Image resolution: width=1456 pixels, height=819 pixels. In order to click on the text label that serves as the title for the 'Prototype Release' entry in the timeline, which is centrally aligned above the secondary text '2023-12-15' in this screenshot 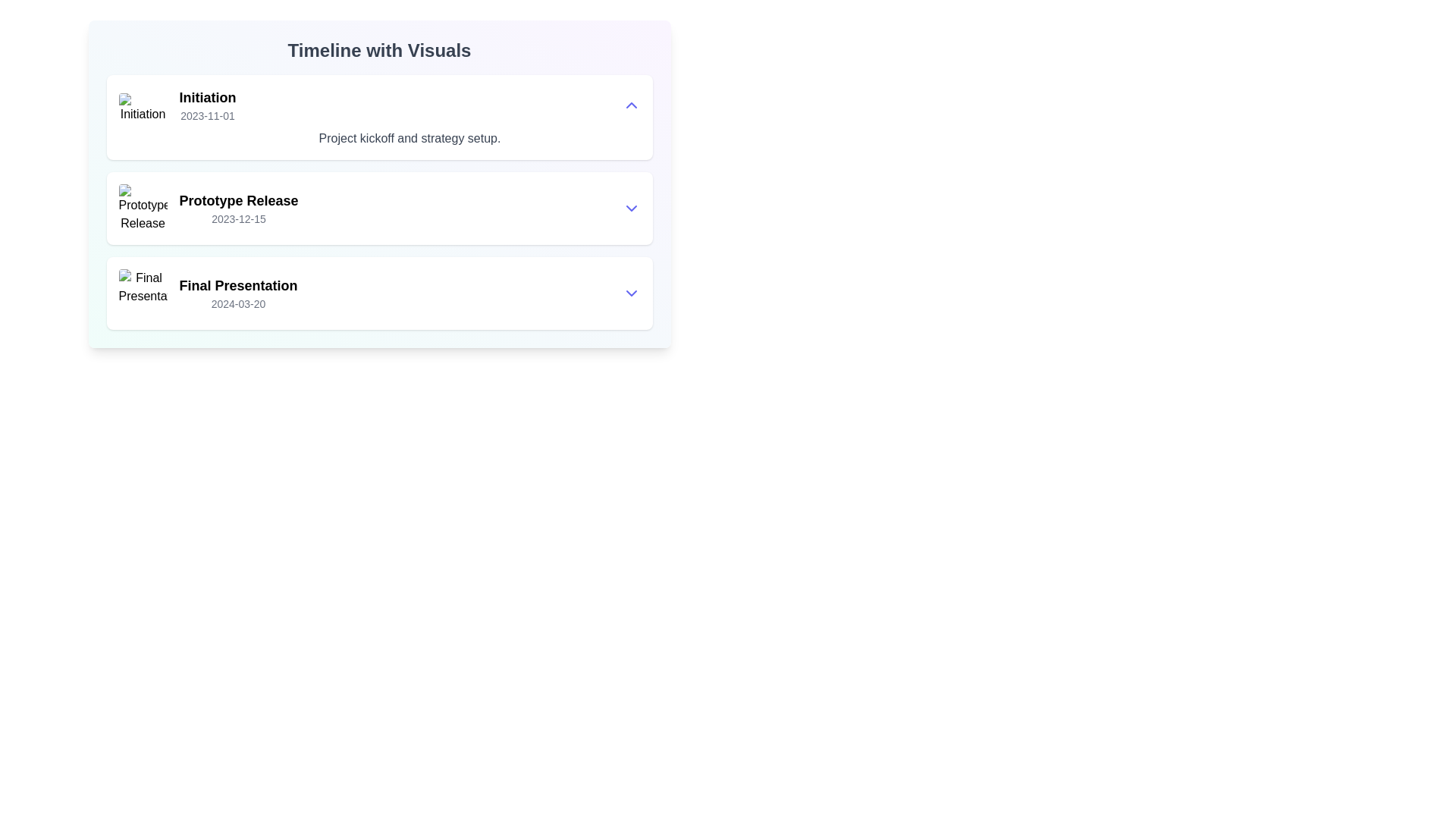, I will do `click(238, 200)`.